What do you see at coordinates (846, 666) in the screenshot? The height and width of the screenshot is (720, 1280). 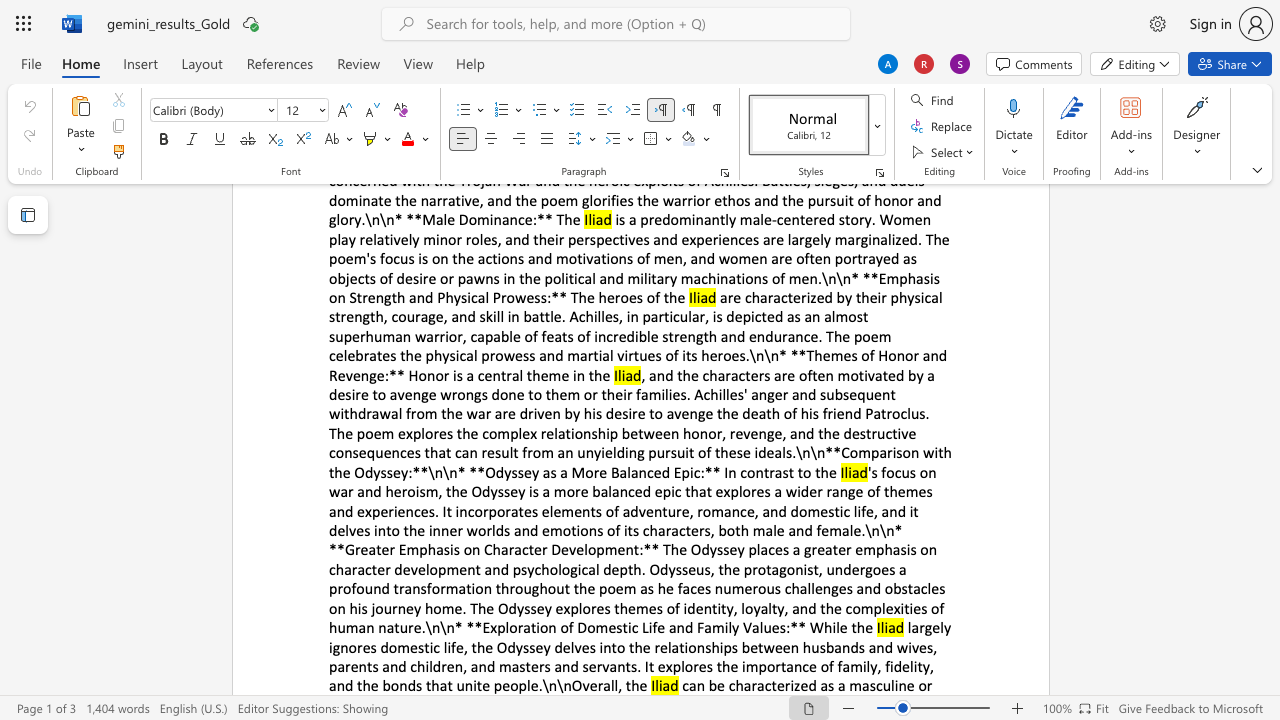 I see `the 12th character "a" in the text` at bounding box center [846, 666].